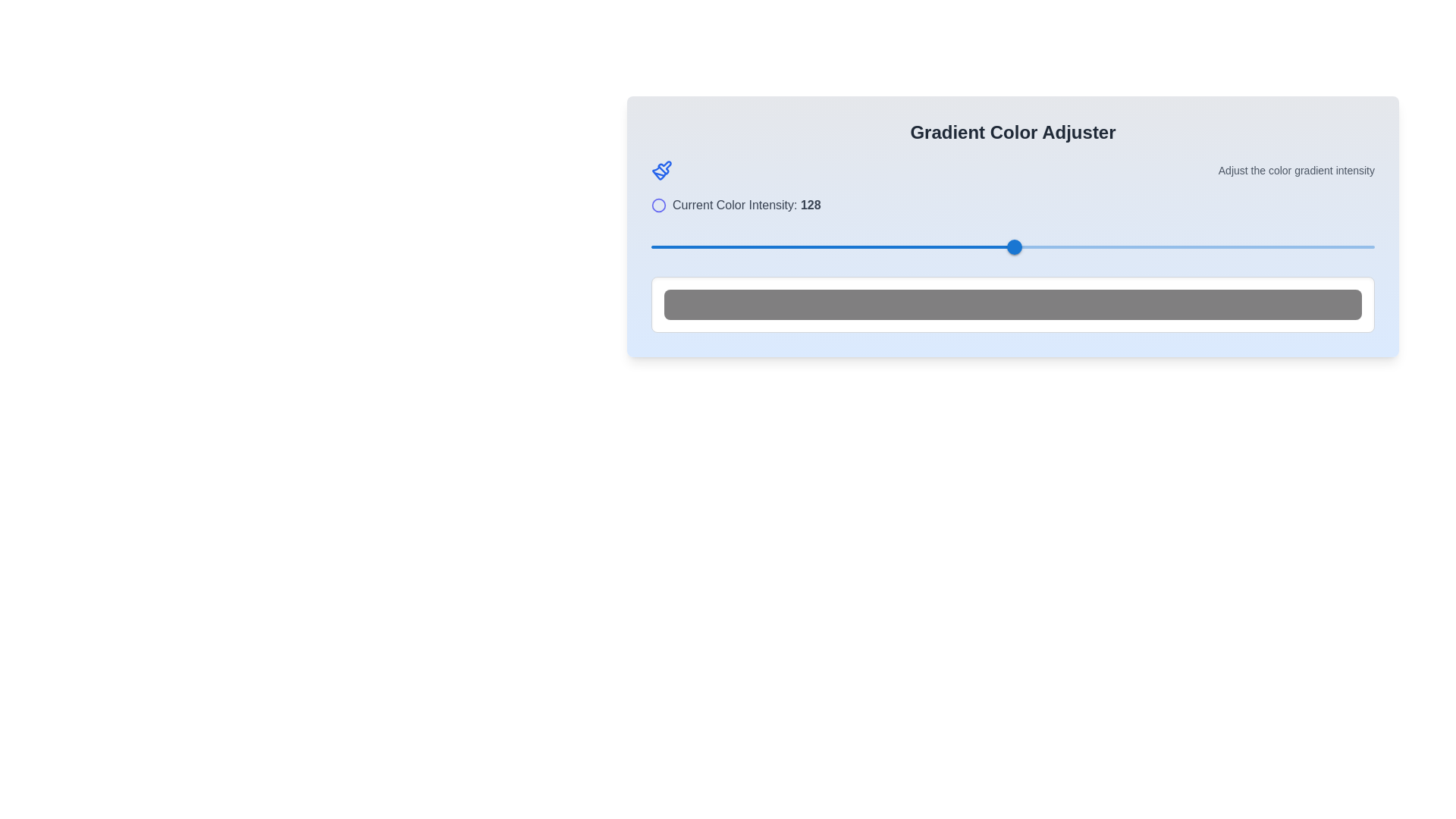 This screenshot has width=1456, height=819. I want to click on the gradient color intensity, so click(910, 246).